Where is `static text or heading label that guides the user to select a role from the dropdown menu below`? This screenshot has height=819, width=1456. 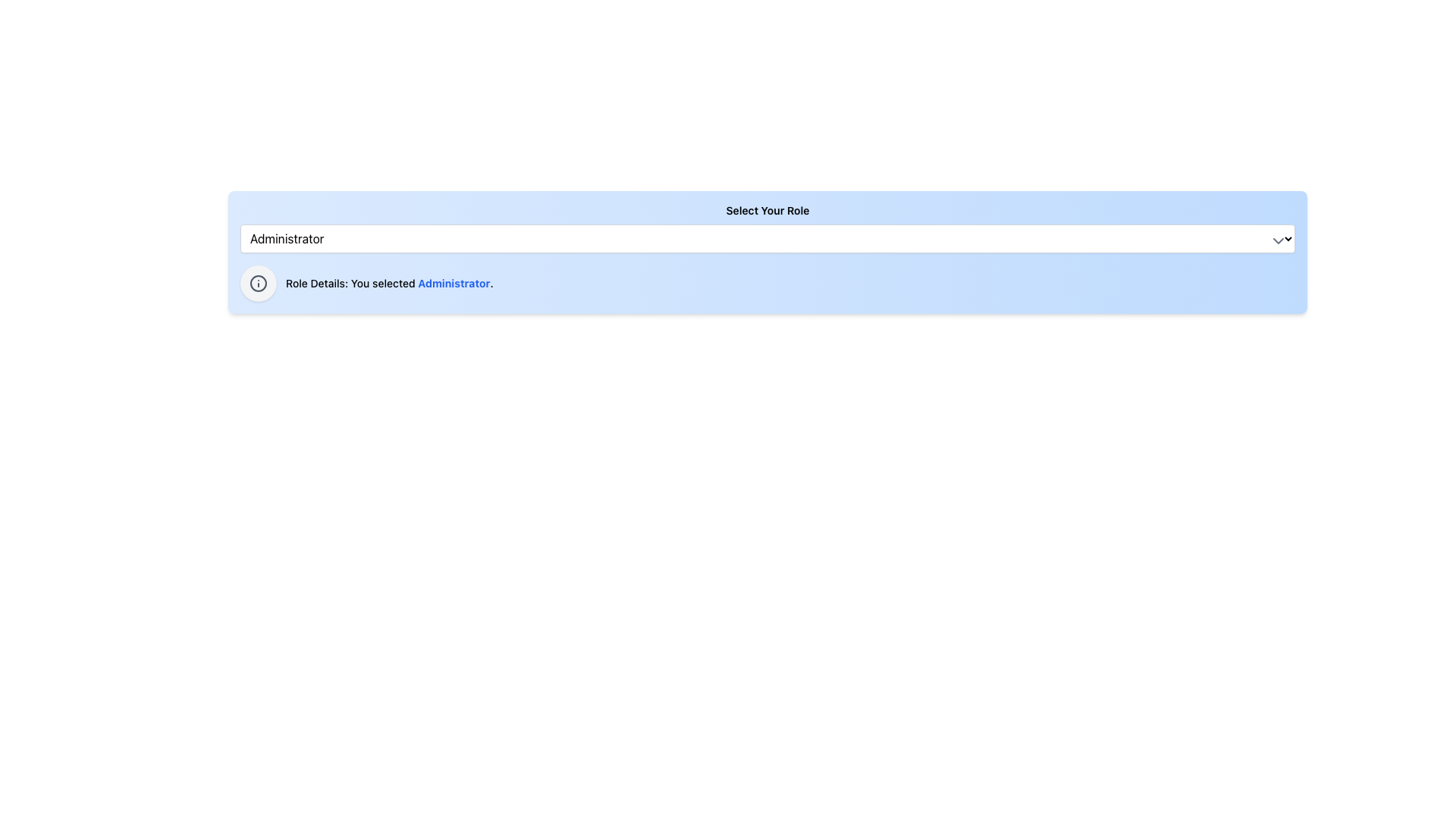
static text or heading label that guides the user to select a role from the dropdown menu below is located at coordinates (767, 210).